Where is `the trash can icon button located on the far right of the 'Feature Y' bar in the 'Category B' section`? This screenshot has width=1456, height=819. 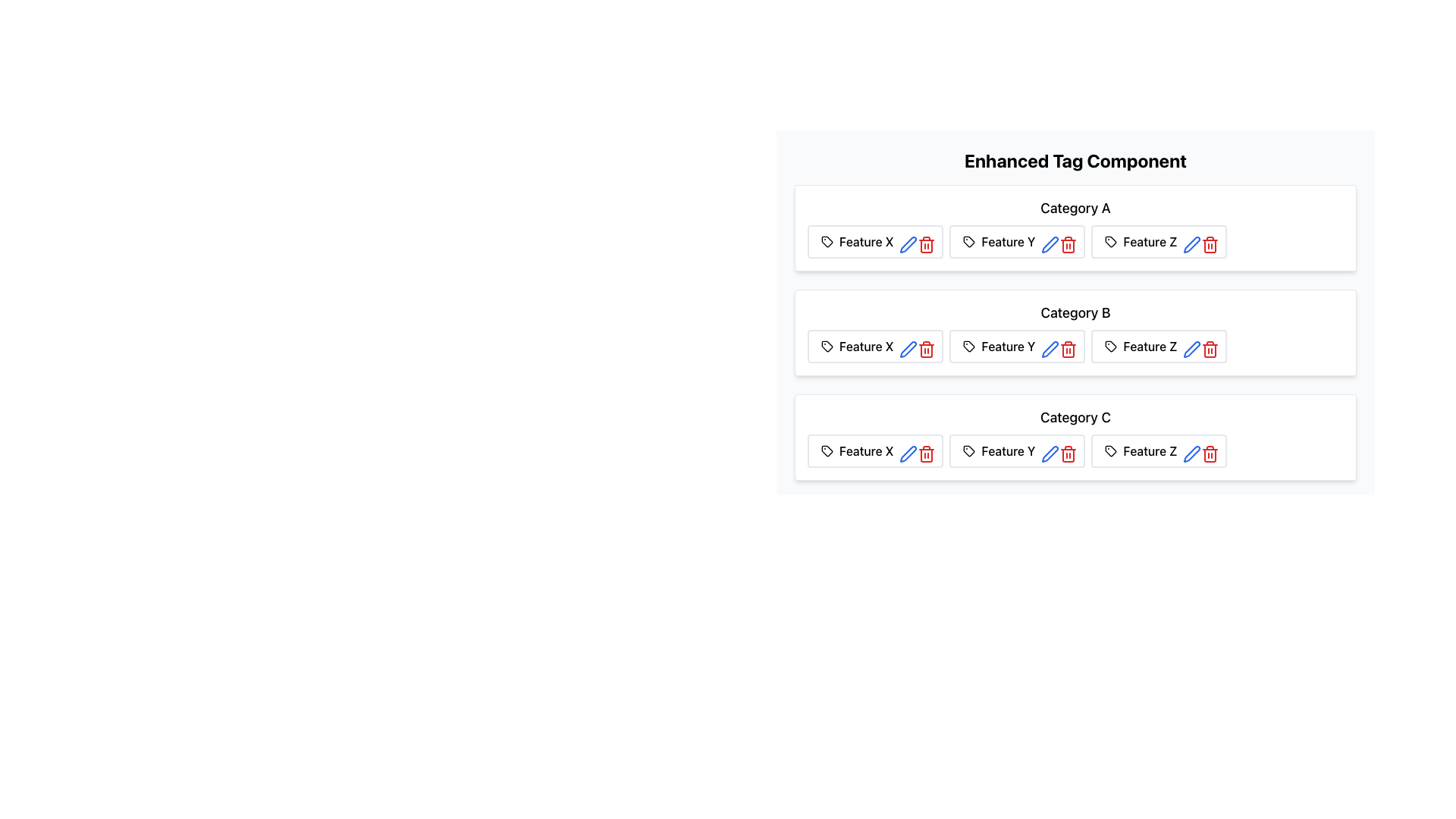 the trash can icon button located on the far right of the 'Feature Y' bar in the 'Category B' section is located at coordinates (1068, 350).